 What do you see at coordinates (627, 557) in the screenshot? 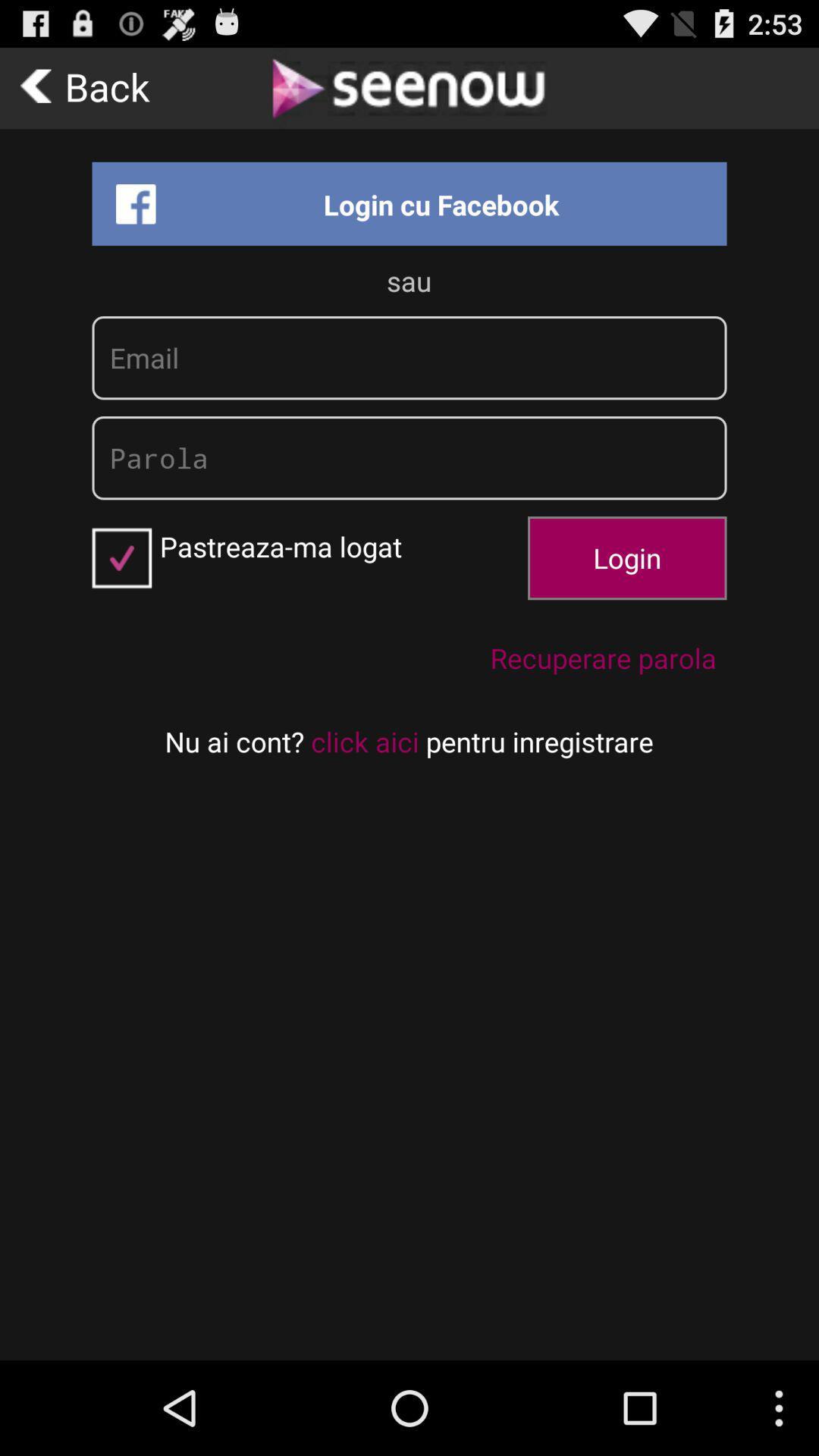
I see `login icon` at bounding box center [627, 557].